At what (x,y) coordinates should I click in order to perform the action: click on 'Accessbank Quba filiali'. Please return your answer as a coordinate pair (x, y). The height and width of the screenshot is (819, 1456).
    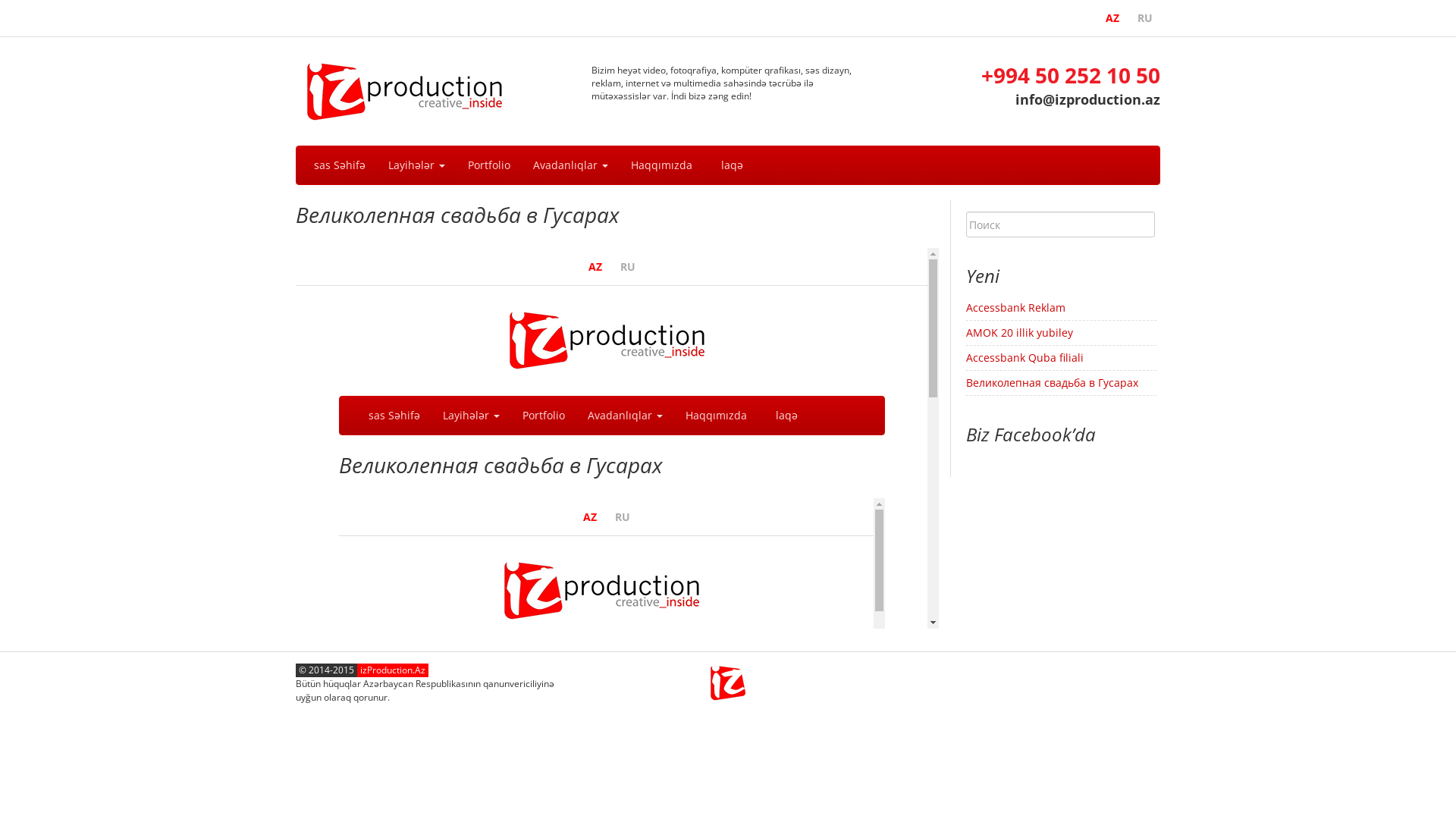
    Looking at the image, I should click on (1025, 357).